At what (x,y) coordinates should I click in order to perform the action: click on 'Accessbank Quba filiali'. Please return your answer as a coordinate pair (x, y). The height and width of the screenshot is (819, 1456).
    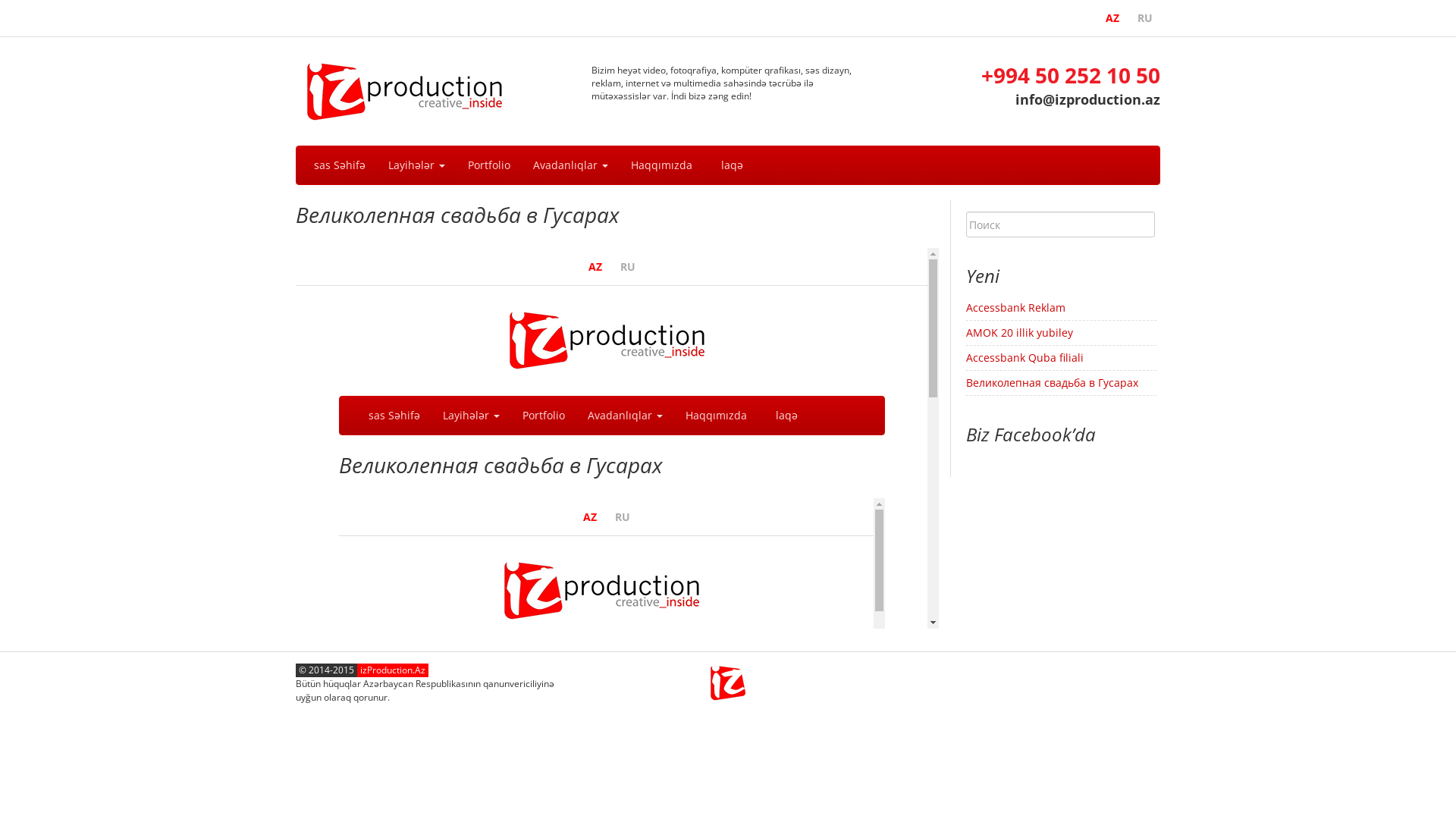
    Looking at the image, I should click on (1025, 357).